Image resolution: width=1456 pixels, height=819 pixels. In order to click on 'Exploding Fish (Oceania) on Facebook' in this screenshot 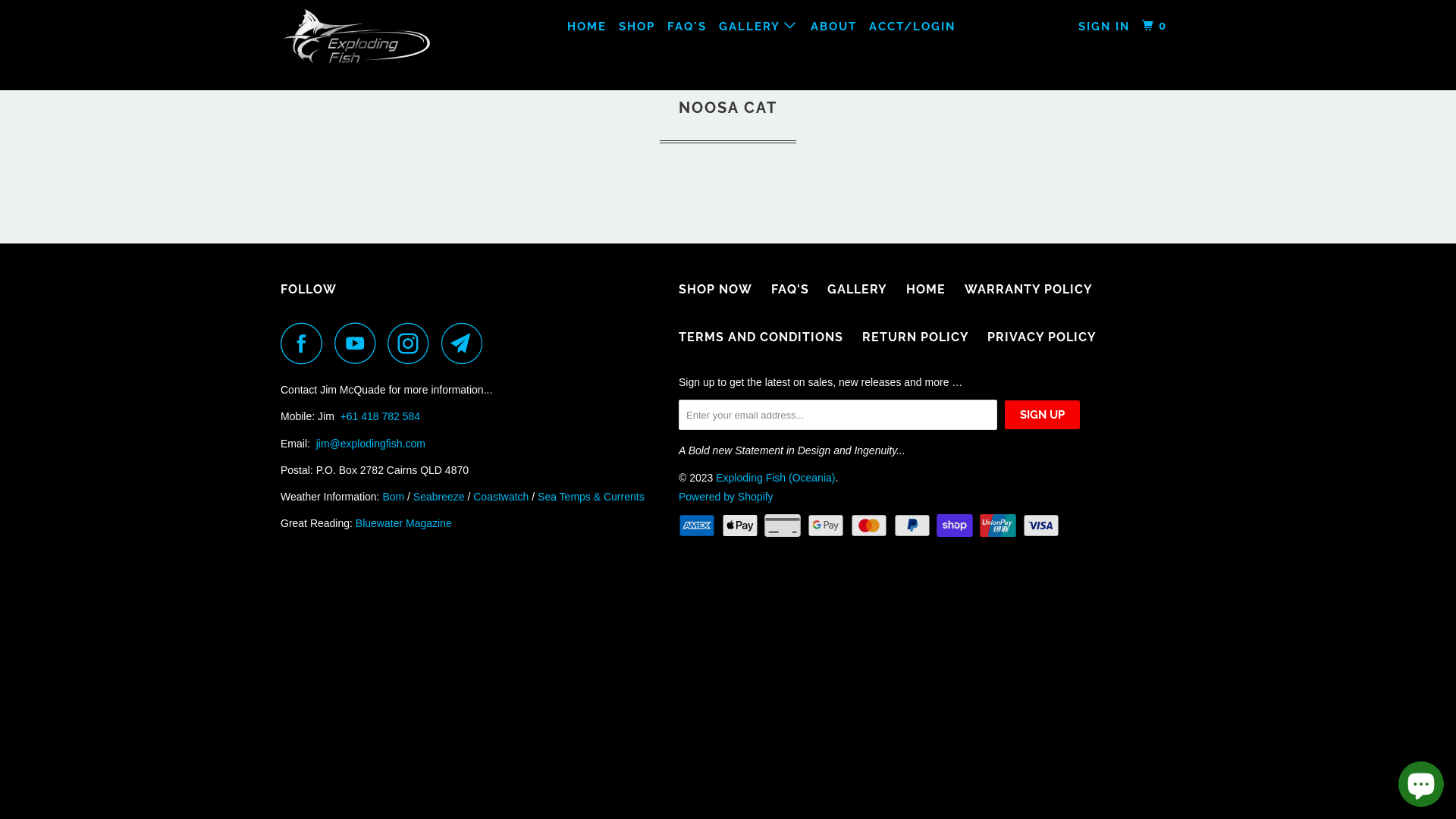, I will do `click(305, 343)`.